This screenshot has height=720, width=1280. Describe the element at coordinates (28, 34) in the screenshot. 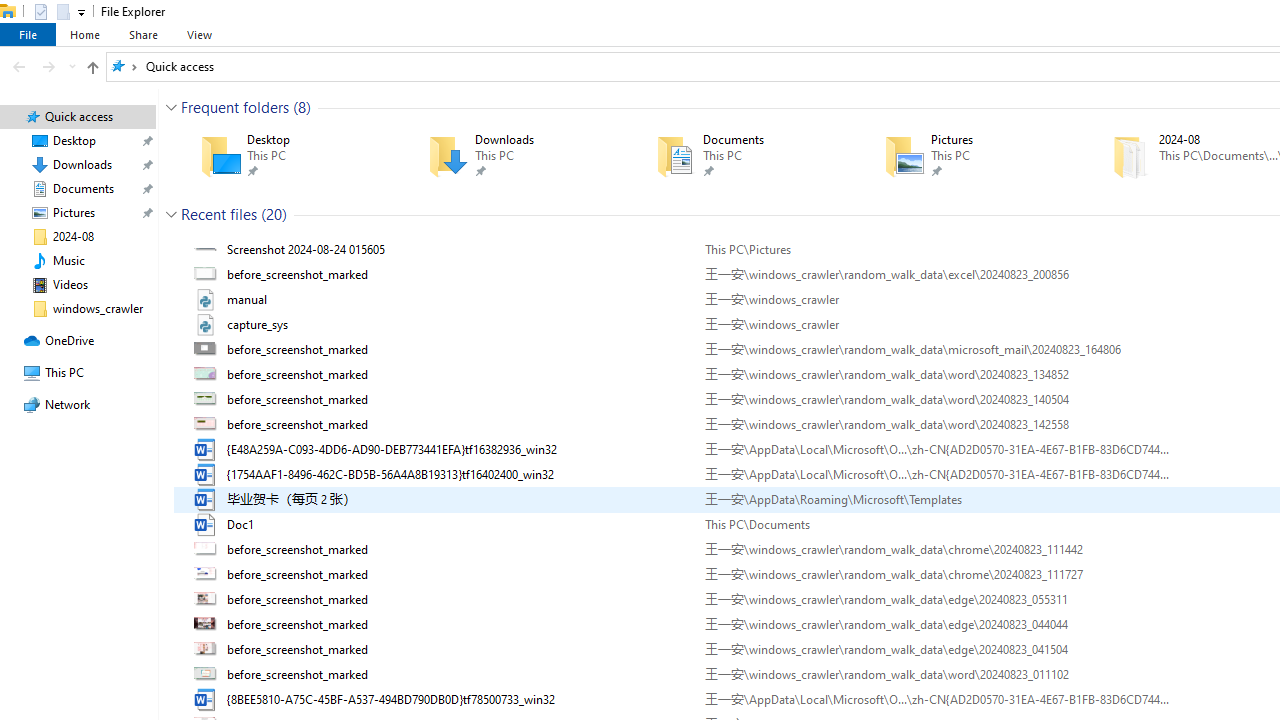

I see `'File tab'` at that location.